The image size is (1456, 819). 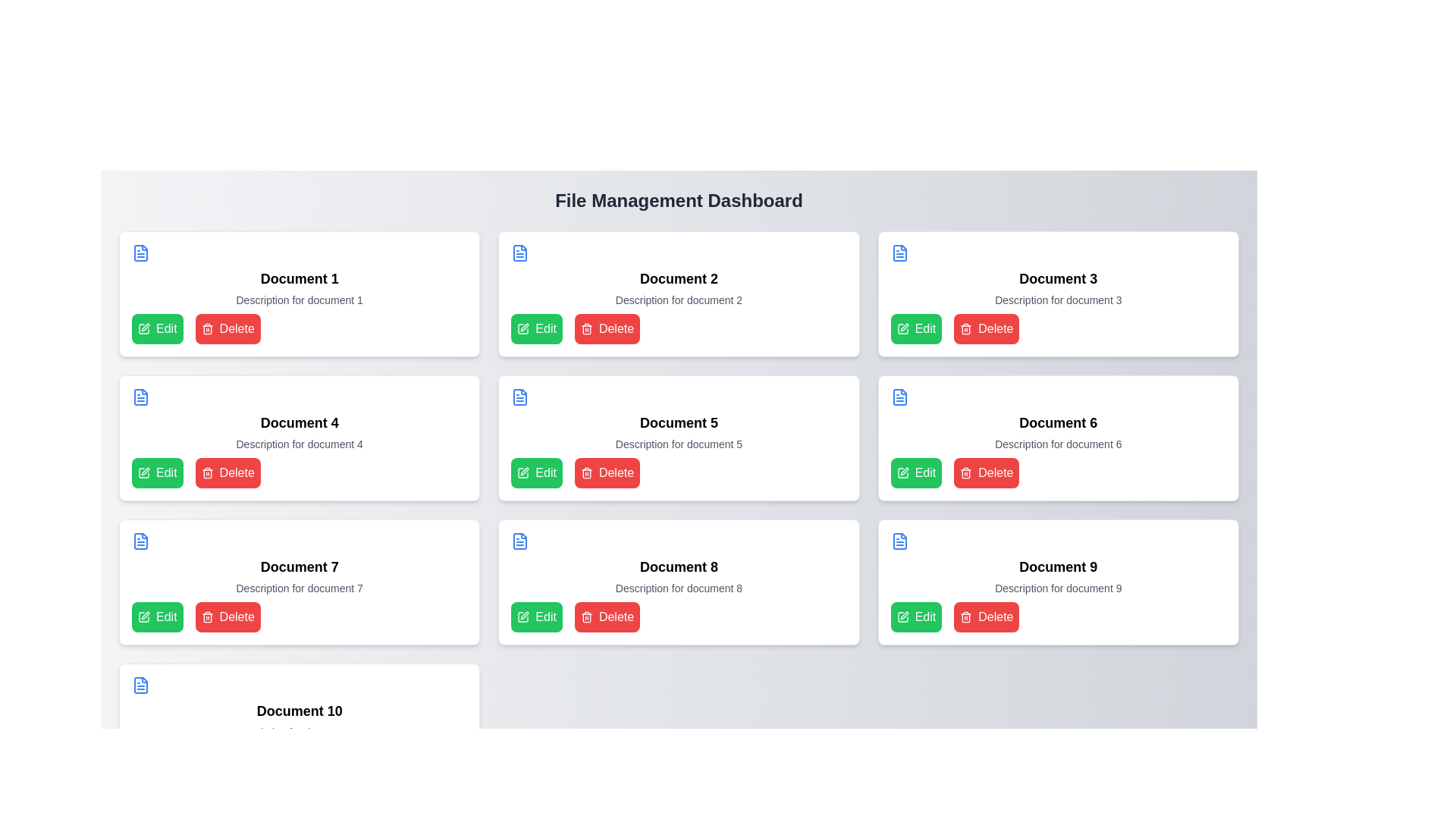 What do you see at coordinates (537, 472) in the screenshot?
I see `the green 'Edit' button with rounded edges and a pen icon, located below the 'Document 5' card in the third row of the dashboard grid layout` at bounding box center [537, 472].